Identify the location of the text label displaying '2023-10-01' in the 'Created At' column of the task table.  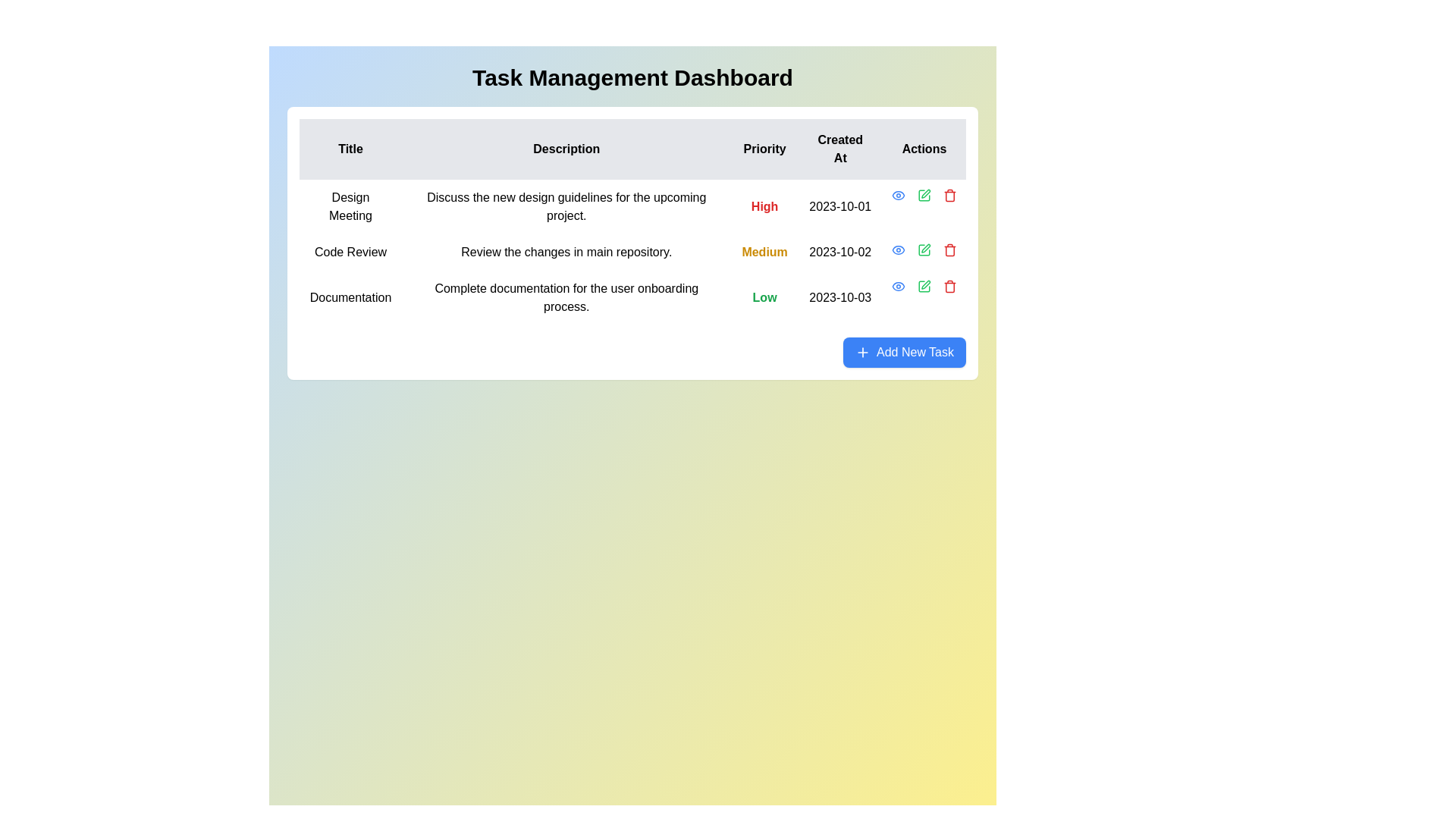
(839, 207).